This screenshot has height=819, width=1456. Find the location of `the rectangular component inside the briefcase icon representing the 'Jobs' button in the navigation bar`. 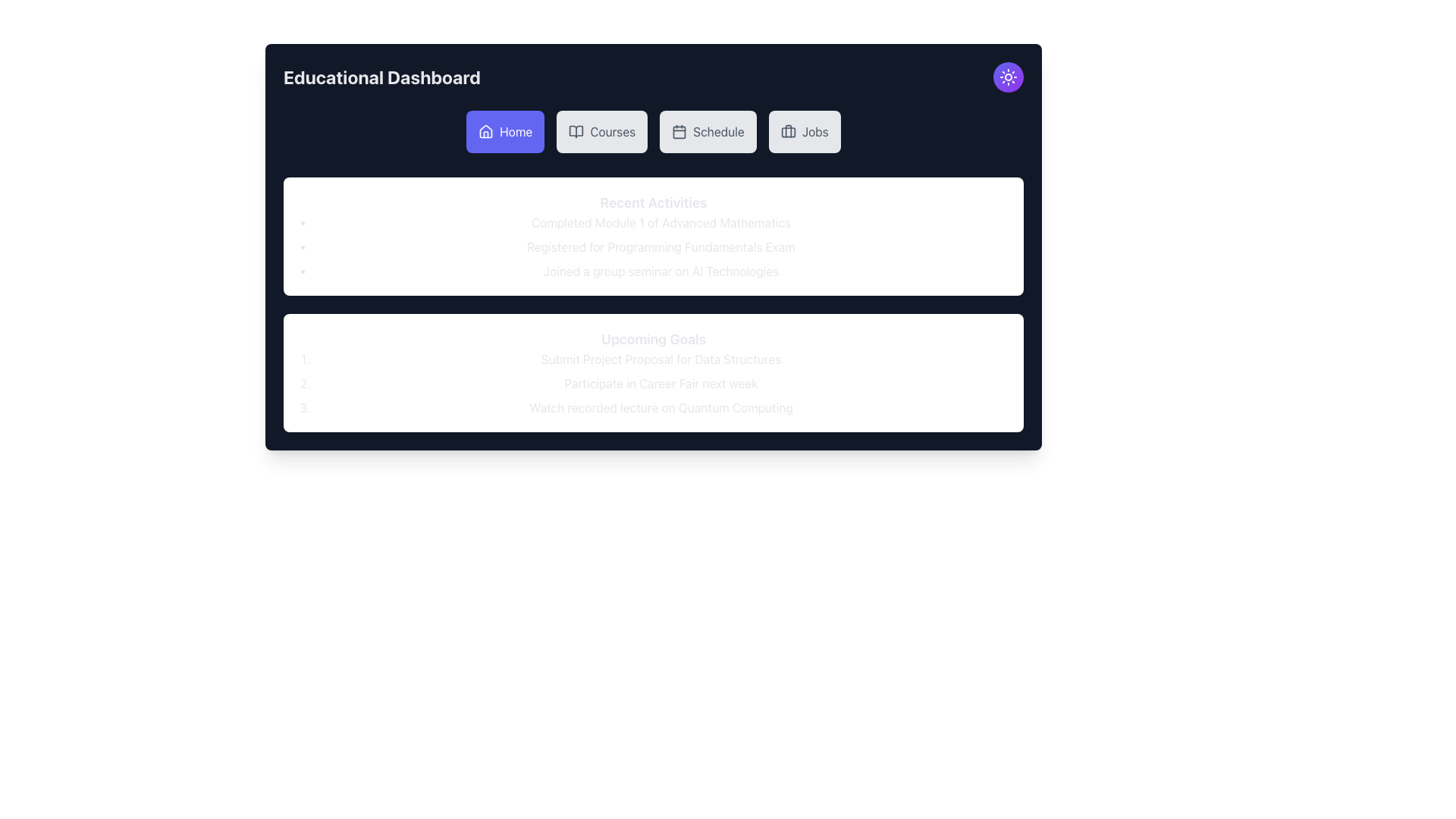

the rectangular component inside the briefcase icon representing the 'Jobs' button in the navigation bar is located at coordinates (788, 131).